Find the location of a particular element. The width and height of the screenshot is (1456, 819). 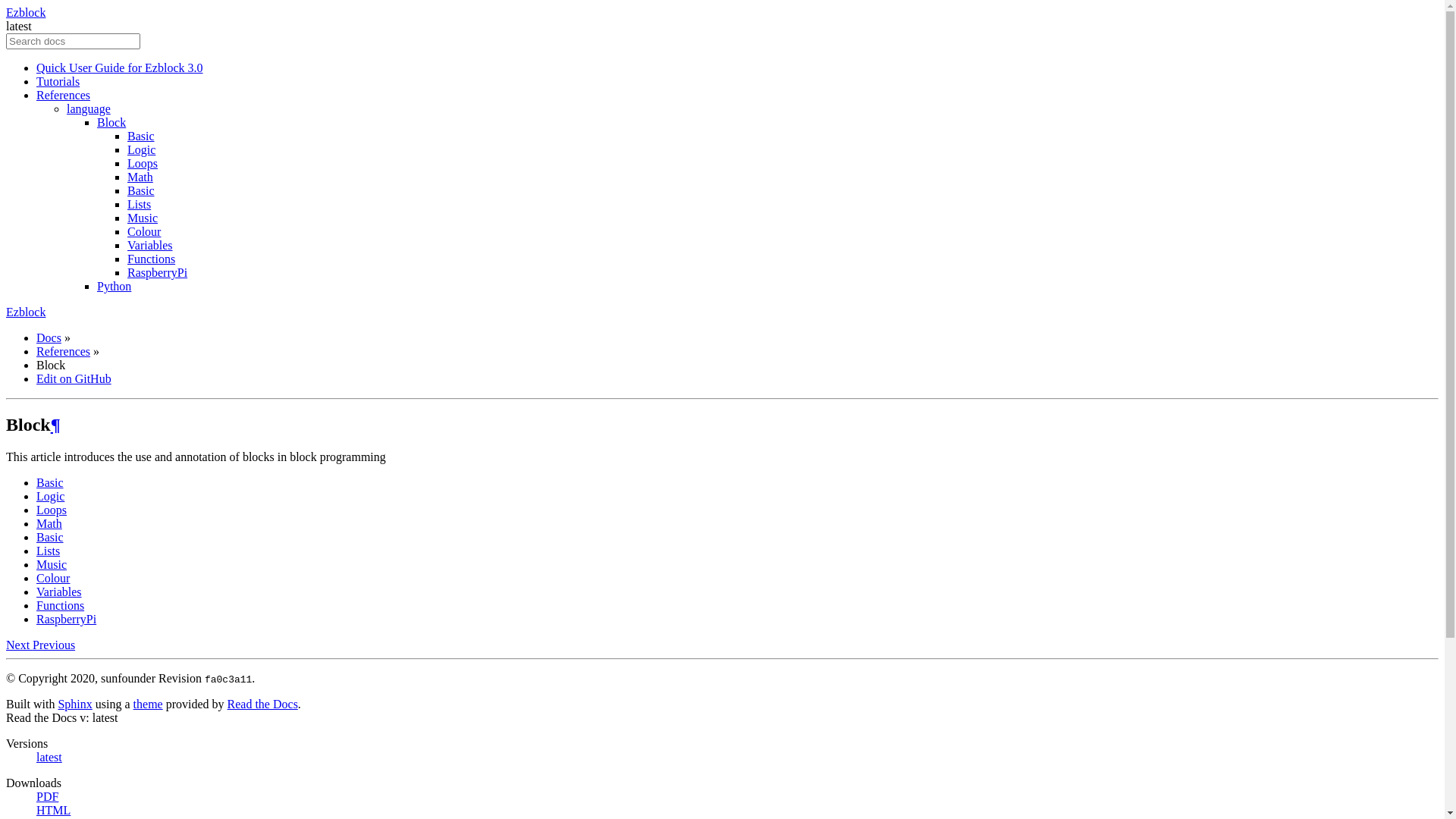

'Tutorials' is located at coordinates (58, 81).